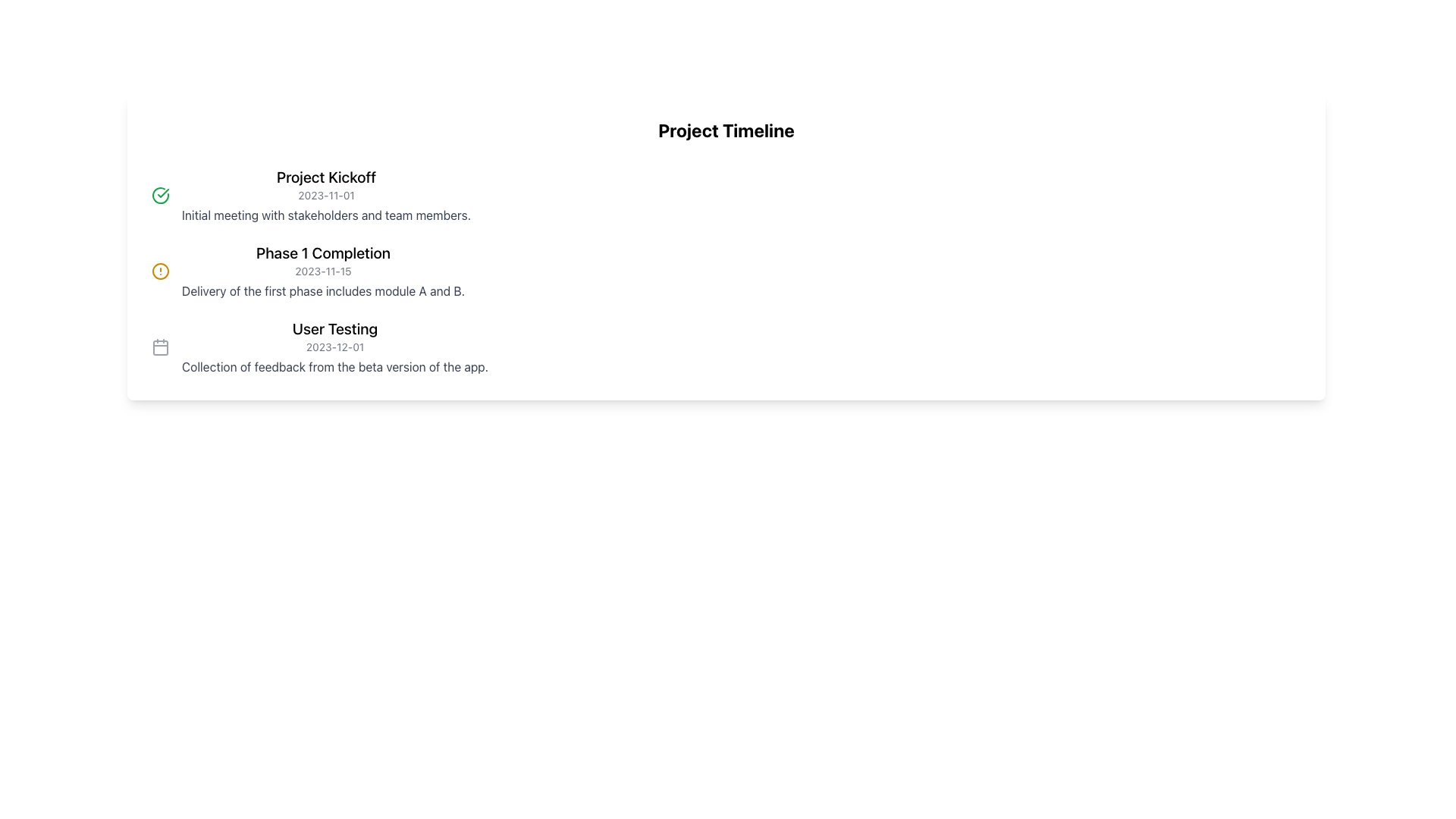  Describe the element at coordinates (322, 291) in the screenshot. I see `the text block that reads 'Delivery of the first phase includes module A and B.' which is styled in medium gray and appears below the headline 'Phase 1 Completion' and the date '2023-11-15'` at that location.